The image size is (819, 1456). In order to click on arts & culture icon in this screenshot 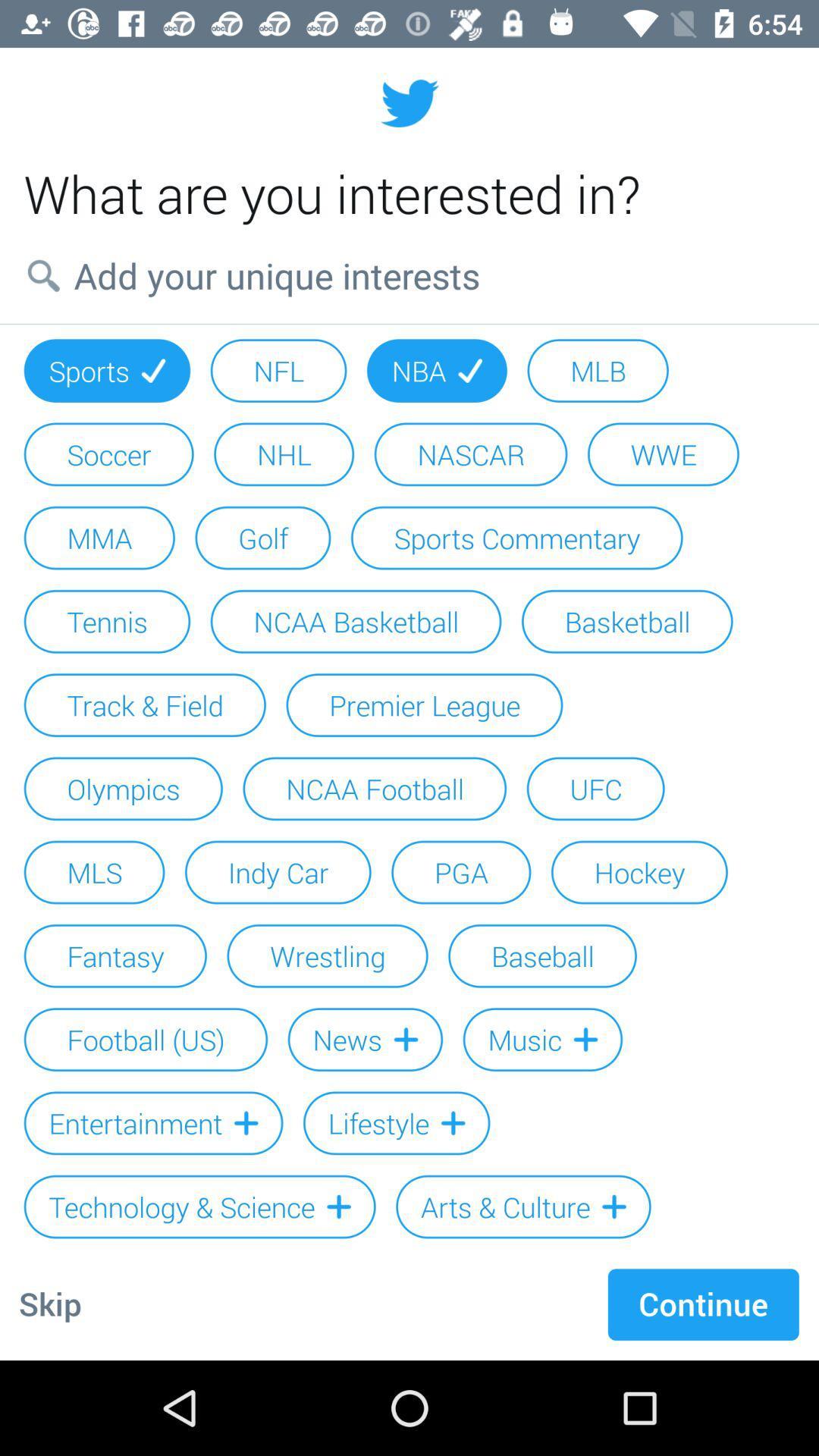, I will do `click(522, 1206)`.